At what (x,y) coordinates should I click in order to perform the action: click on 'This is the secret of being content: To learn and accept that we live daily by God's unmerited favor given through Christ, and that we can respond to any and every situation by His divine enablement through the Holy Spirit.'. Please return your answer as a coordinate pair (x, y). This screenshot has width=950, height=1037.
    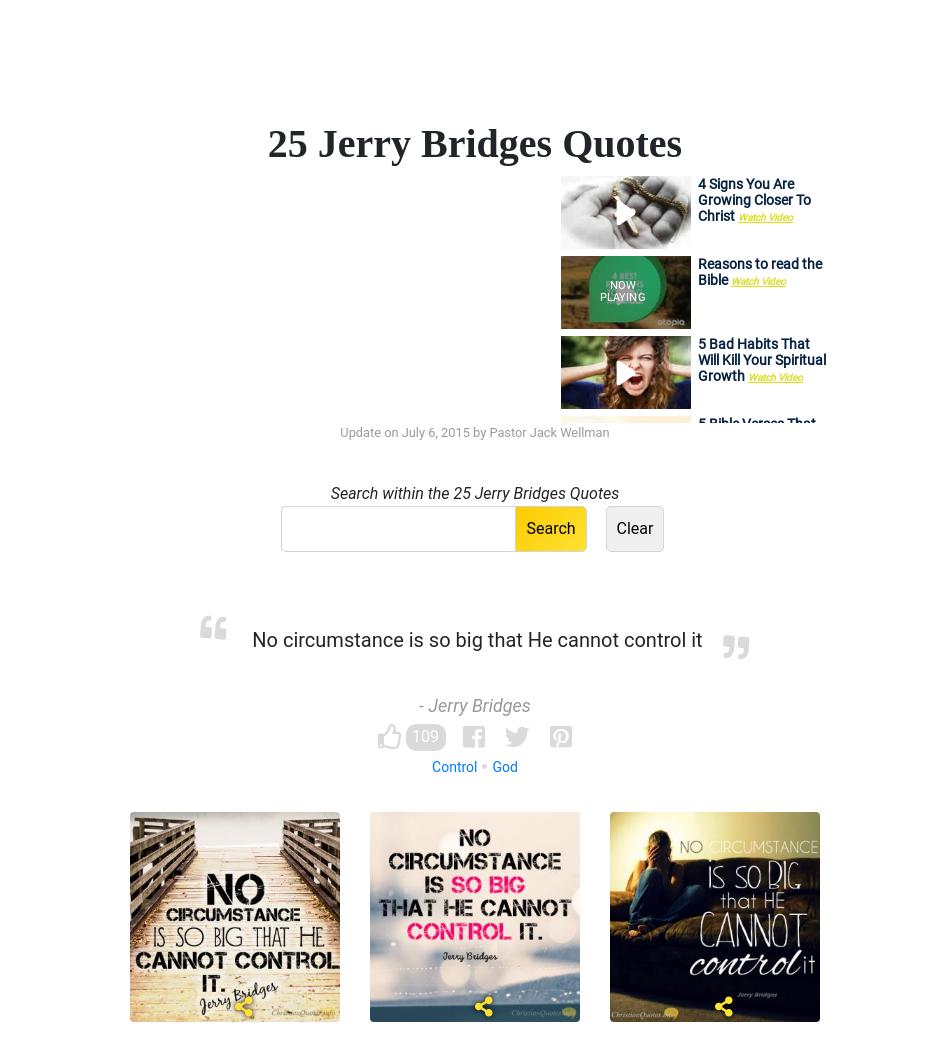
    Looking at the image, I should click on (123, 152).